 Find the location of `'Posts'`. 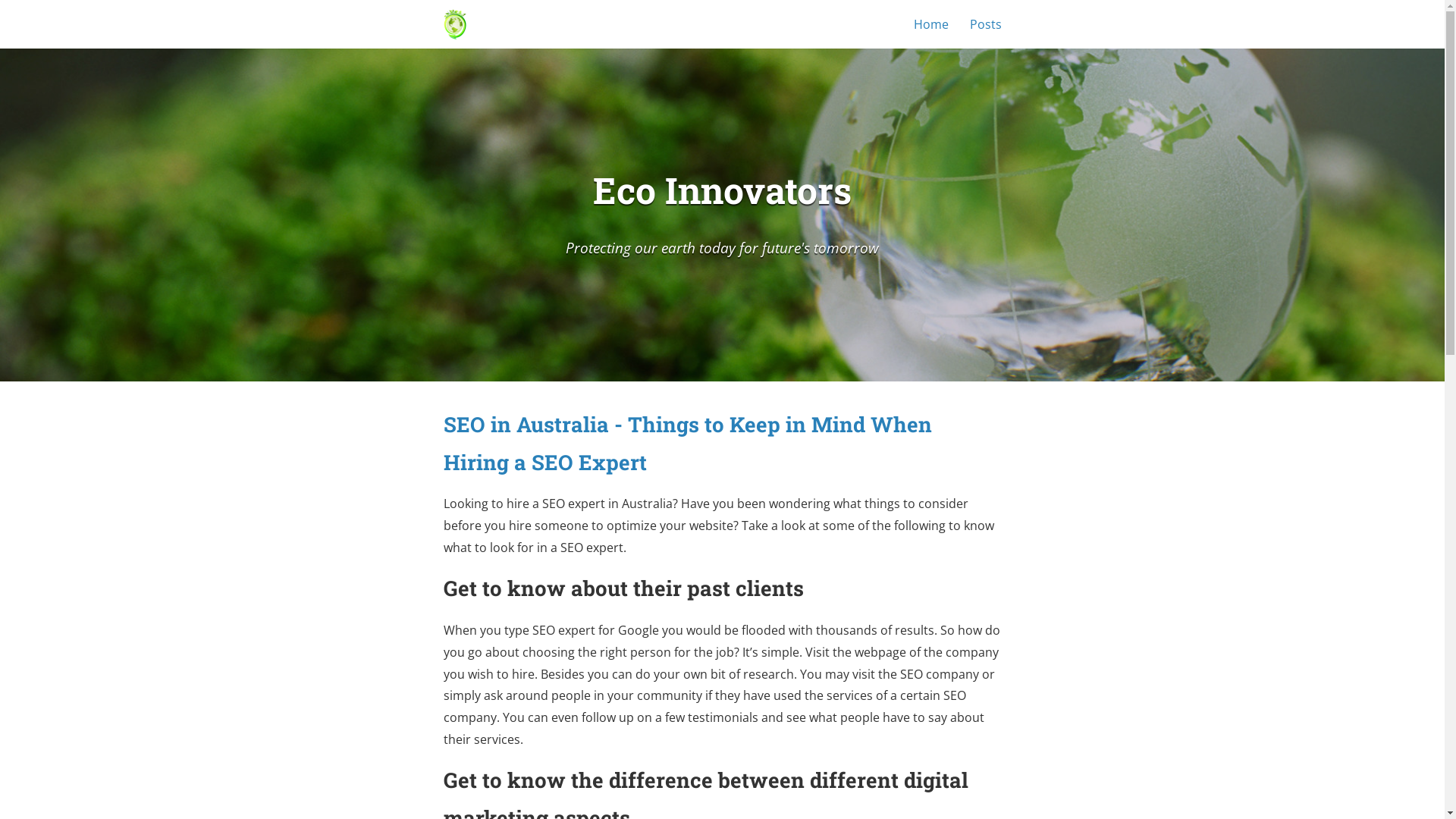

'Posts' is located at coordinates (990, 24).